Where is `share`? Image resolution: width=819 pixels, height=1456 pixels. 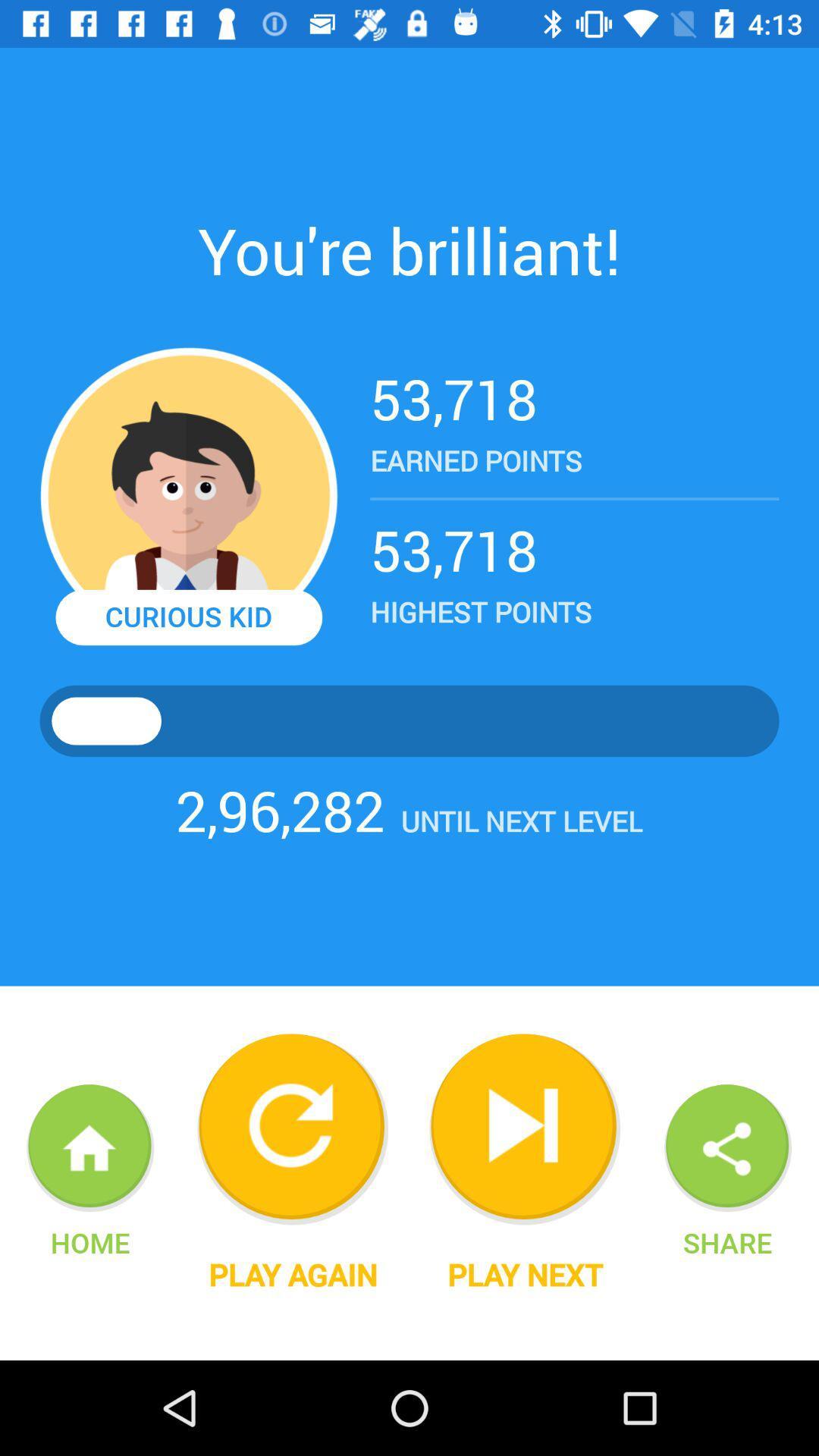 share is located at coordinates (726, 1242).